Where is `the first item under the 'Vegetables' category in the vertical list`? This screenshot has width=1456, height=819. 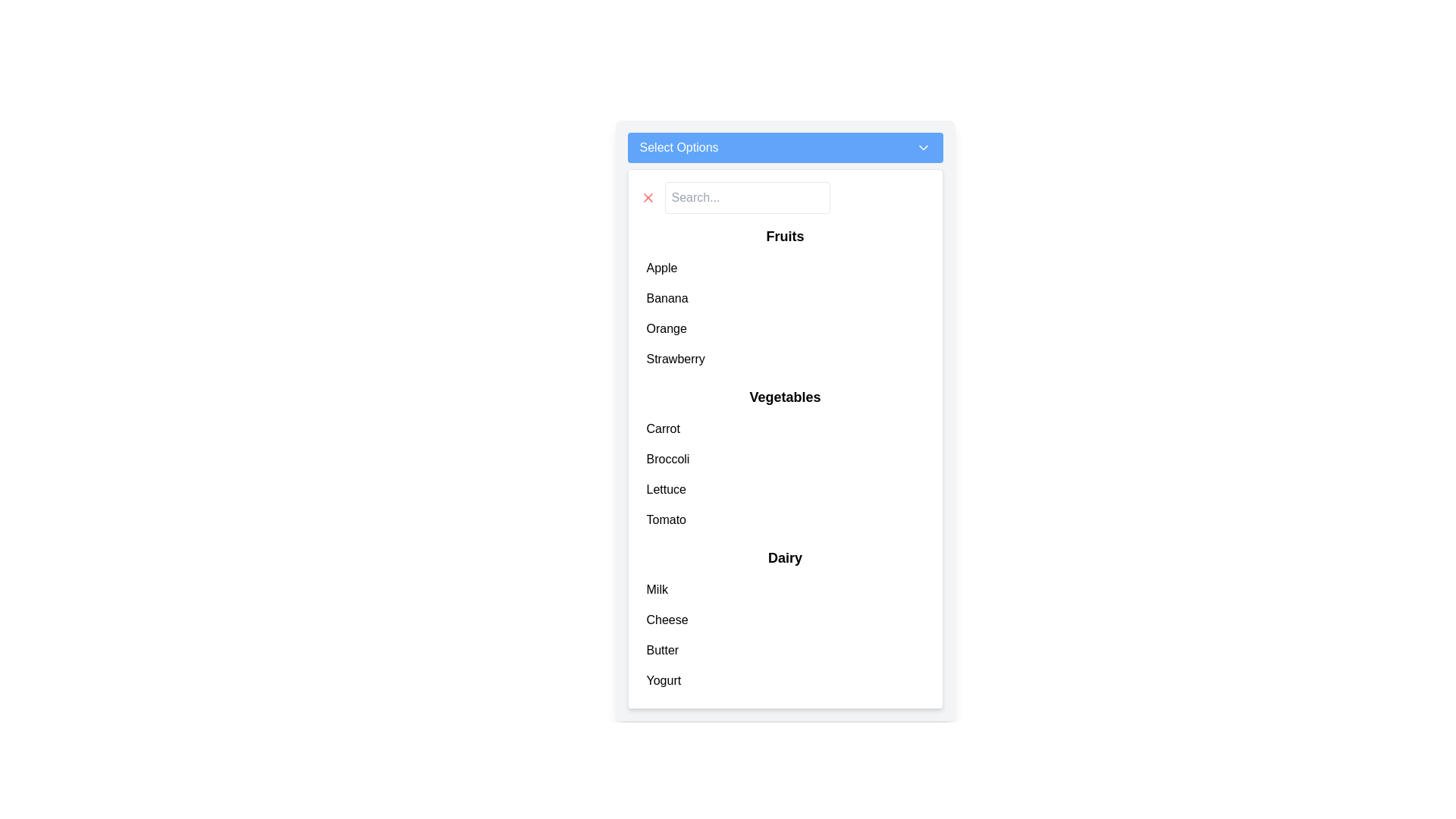 the first item under the 'Vegetables' category in the vertical list is located at coordinates (785, 429).